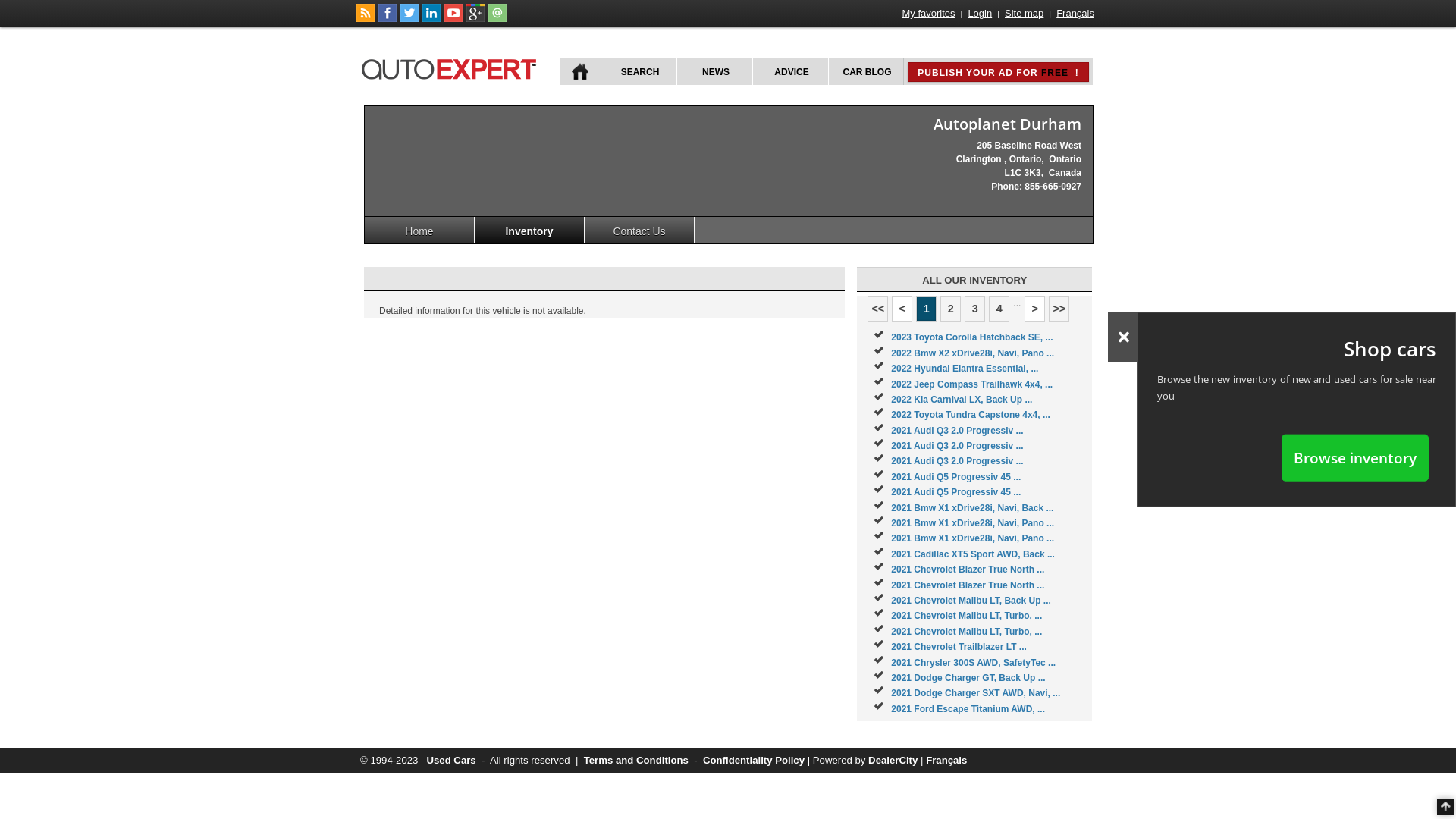  I want to click on 'DealerCity', so click(893, 760).